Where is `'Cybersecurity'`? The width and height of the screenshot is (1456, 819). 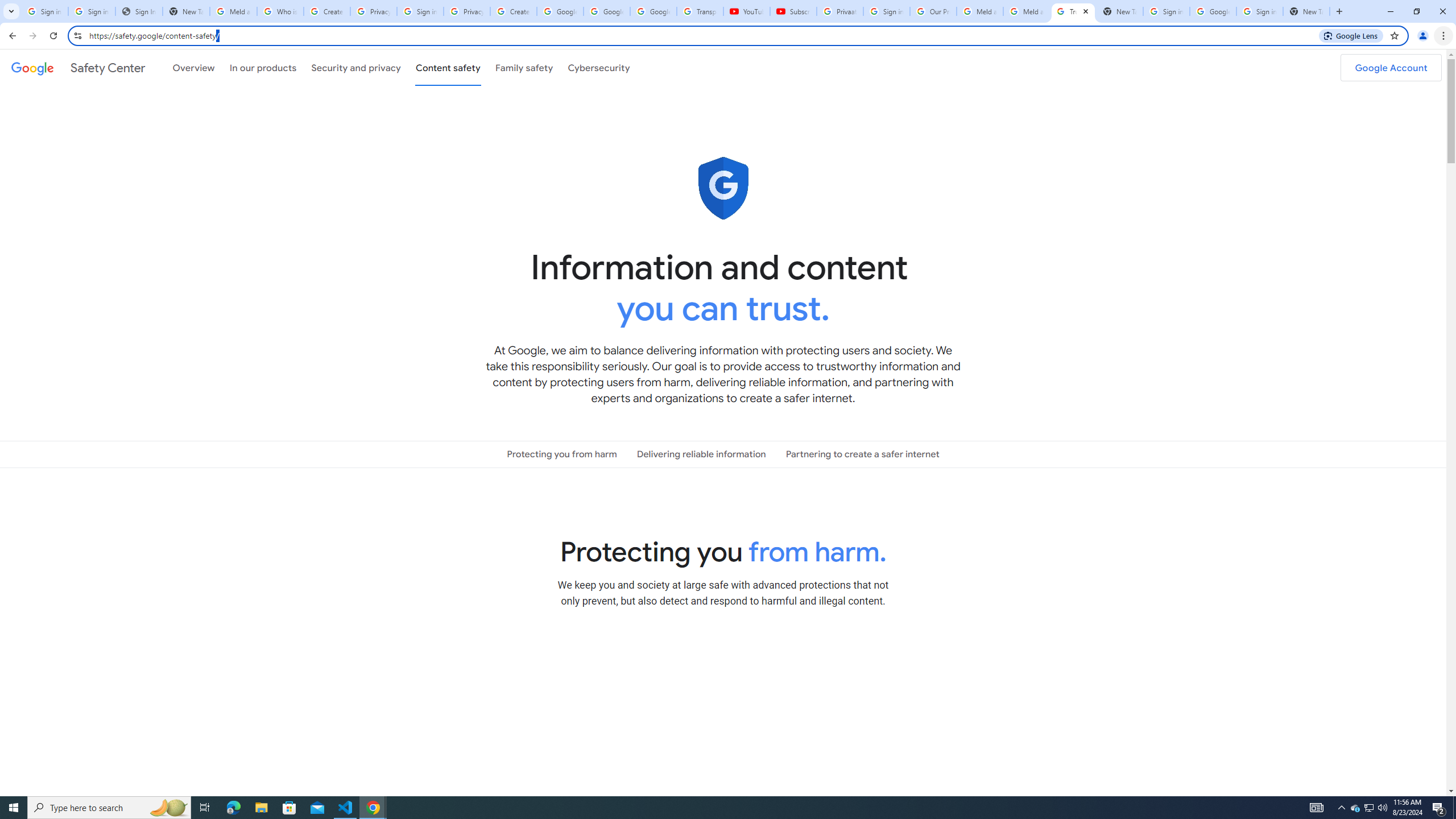 'Cybersecurity' is located at coordinates (598, 67).